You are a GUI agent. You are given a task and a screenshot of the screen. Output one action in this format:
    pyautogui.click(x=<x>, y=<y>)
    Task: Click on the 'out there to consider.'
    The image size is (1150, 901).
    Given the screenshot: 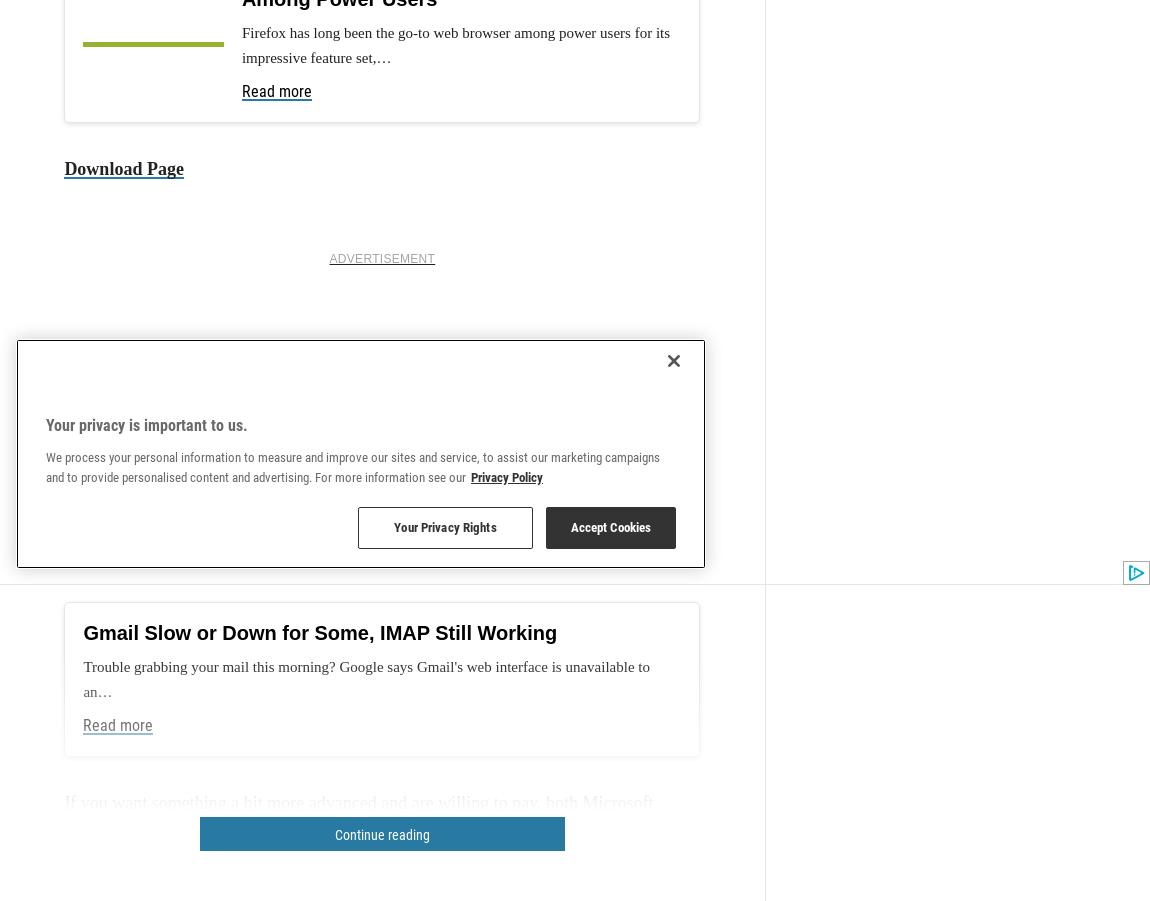 What is the action you would take?
    pyautogui.click(x=266, y=671)
    